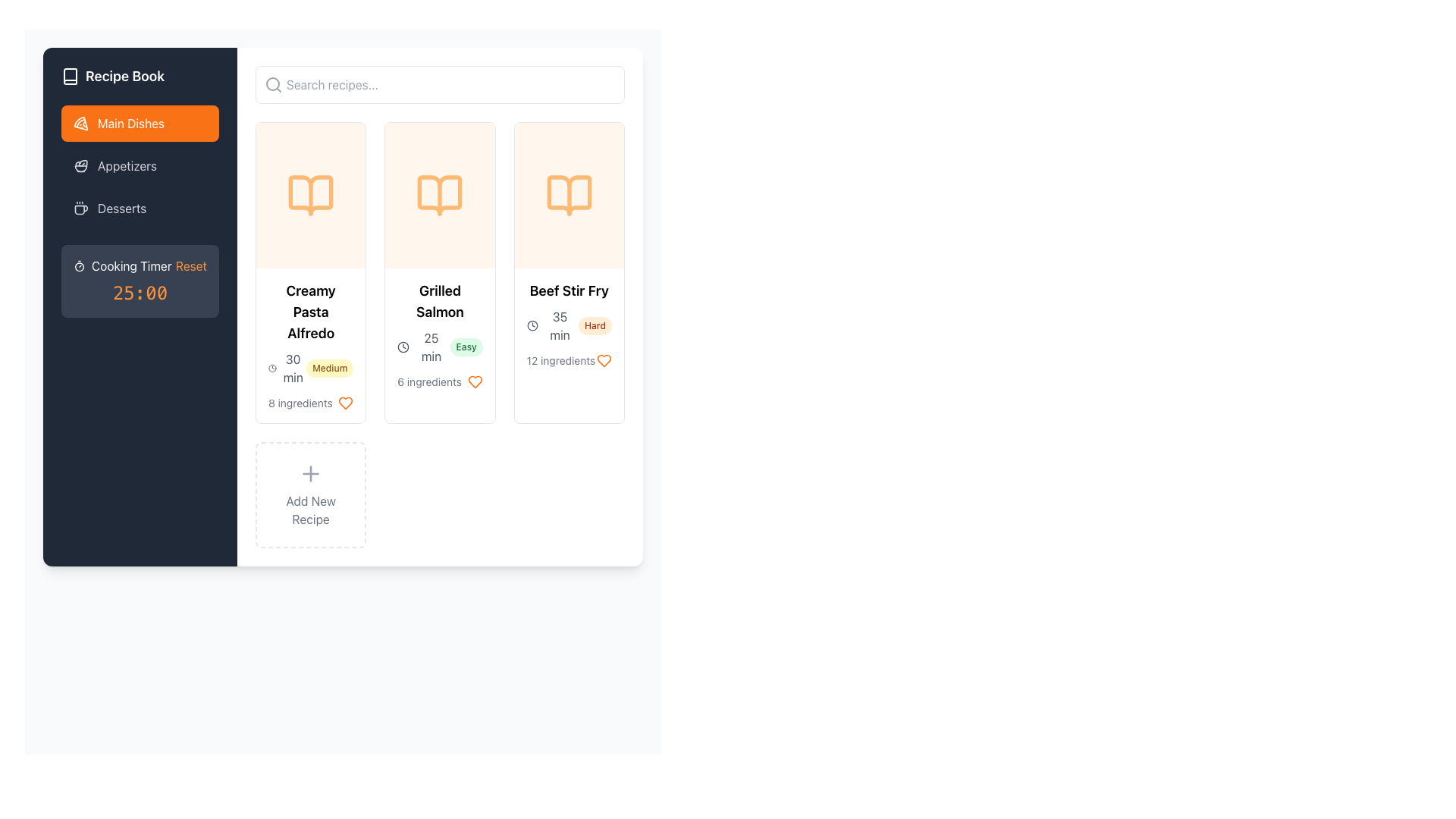  Describe the element at coordinates (273, 84) in the screenshot. I see `the magnifying glass icon located next to the search bar to initiate a search action` at that location.